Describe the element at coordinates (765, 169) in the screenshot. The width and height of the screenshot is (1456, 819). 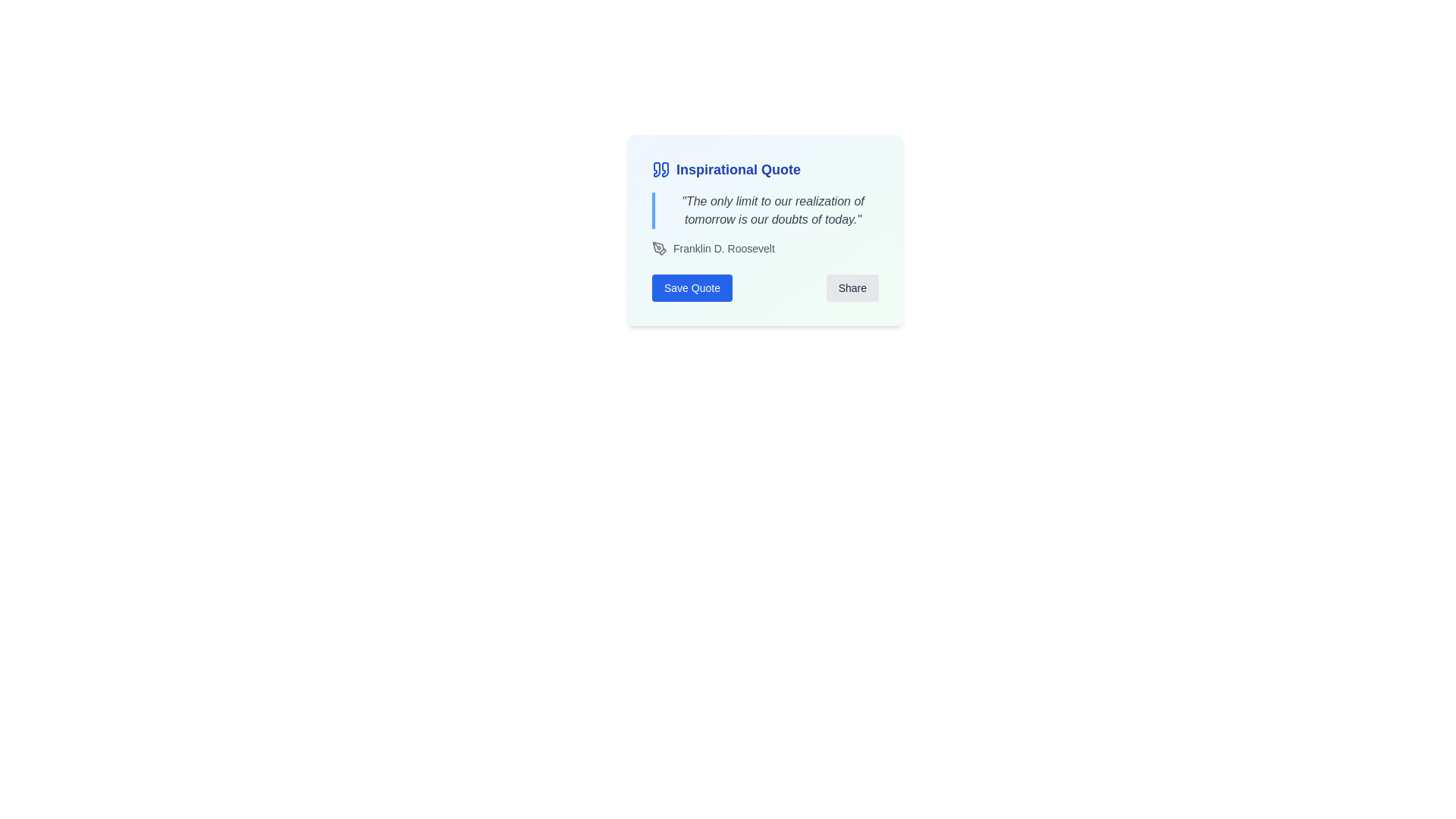
I see `the 'What this Text with Icon does' element, which serves as a title or header for the card, located at the top section of the card` at that location.